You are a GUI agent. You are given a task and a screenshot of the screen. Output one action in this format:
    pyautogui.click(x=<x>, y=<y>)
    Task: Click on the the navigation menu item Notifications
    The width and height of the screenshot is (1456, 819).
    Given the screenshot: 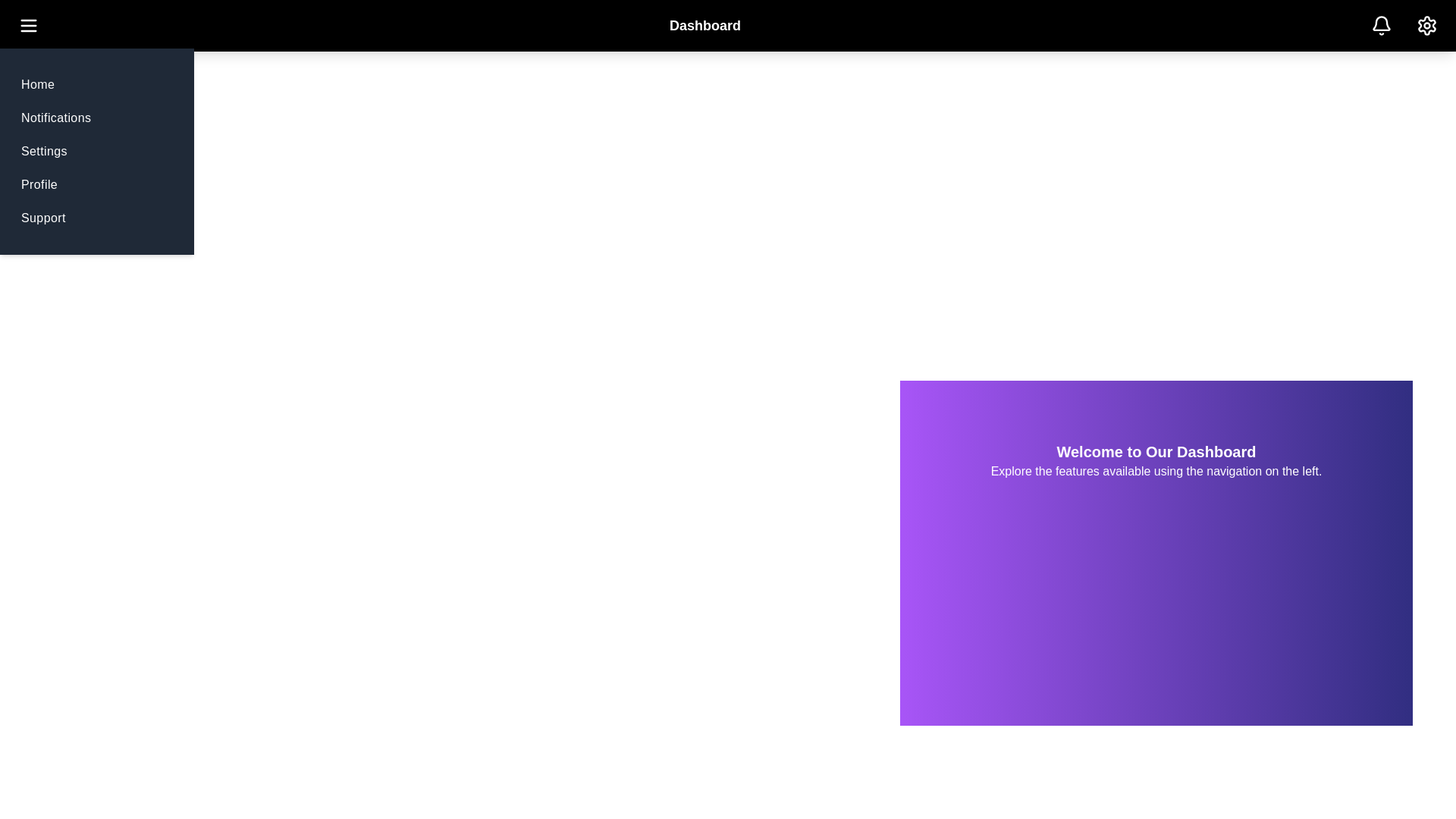 What is the action you would take?
    pyautogui.click(x=55, y=117)
    